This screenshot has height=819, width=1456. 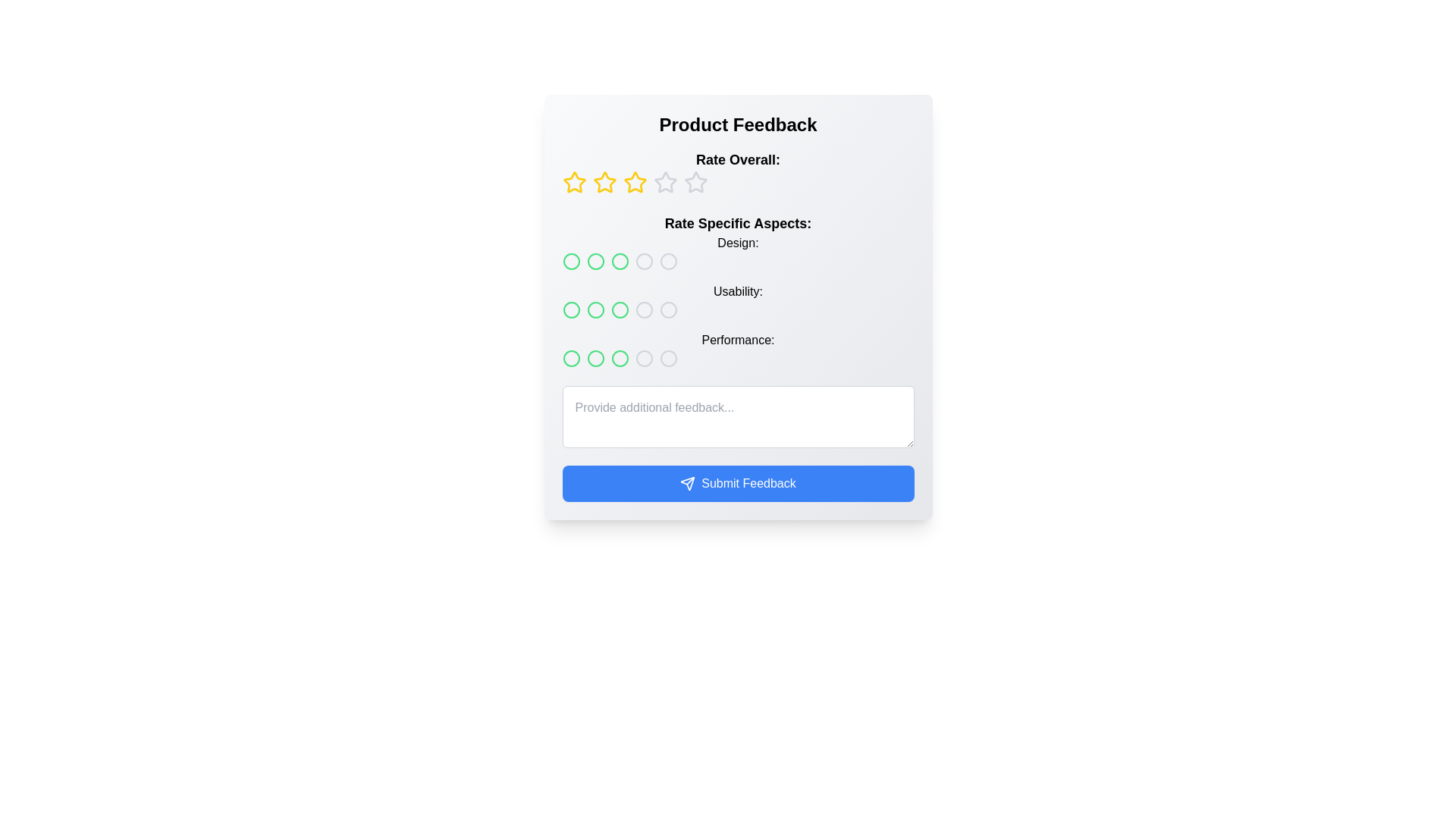 I want to click on the center of the first circular radio button with a green stroke and white fill in the horizontal row under the 'Usability' section, so click(x=570, y=309).